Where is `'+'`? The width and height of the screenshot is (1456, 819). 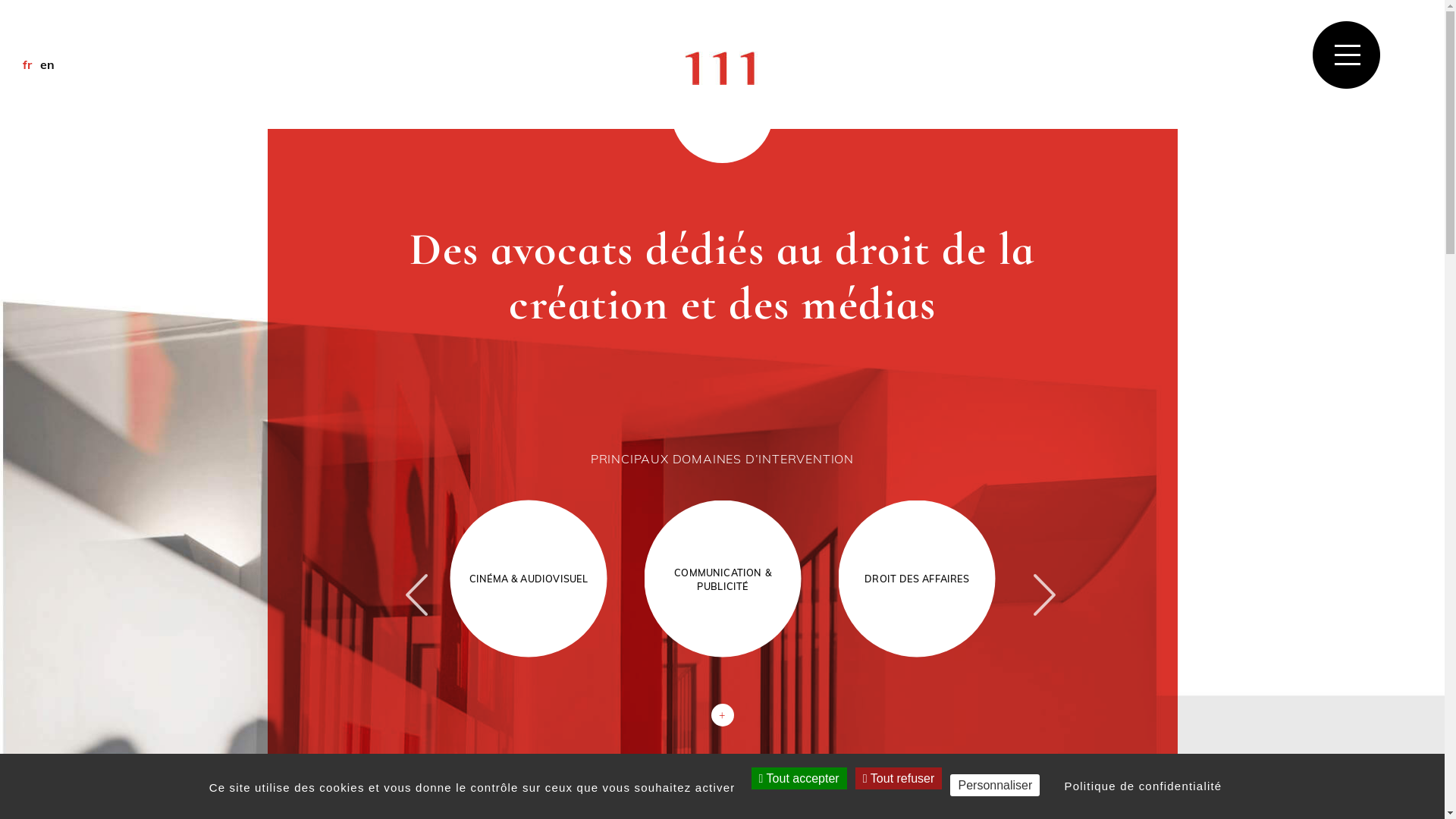
'+' is located at coordinates (722, 714).